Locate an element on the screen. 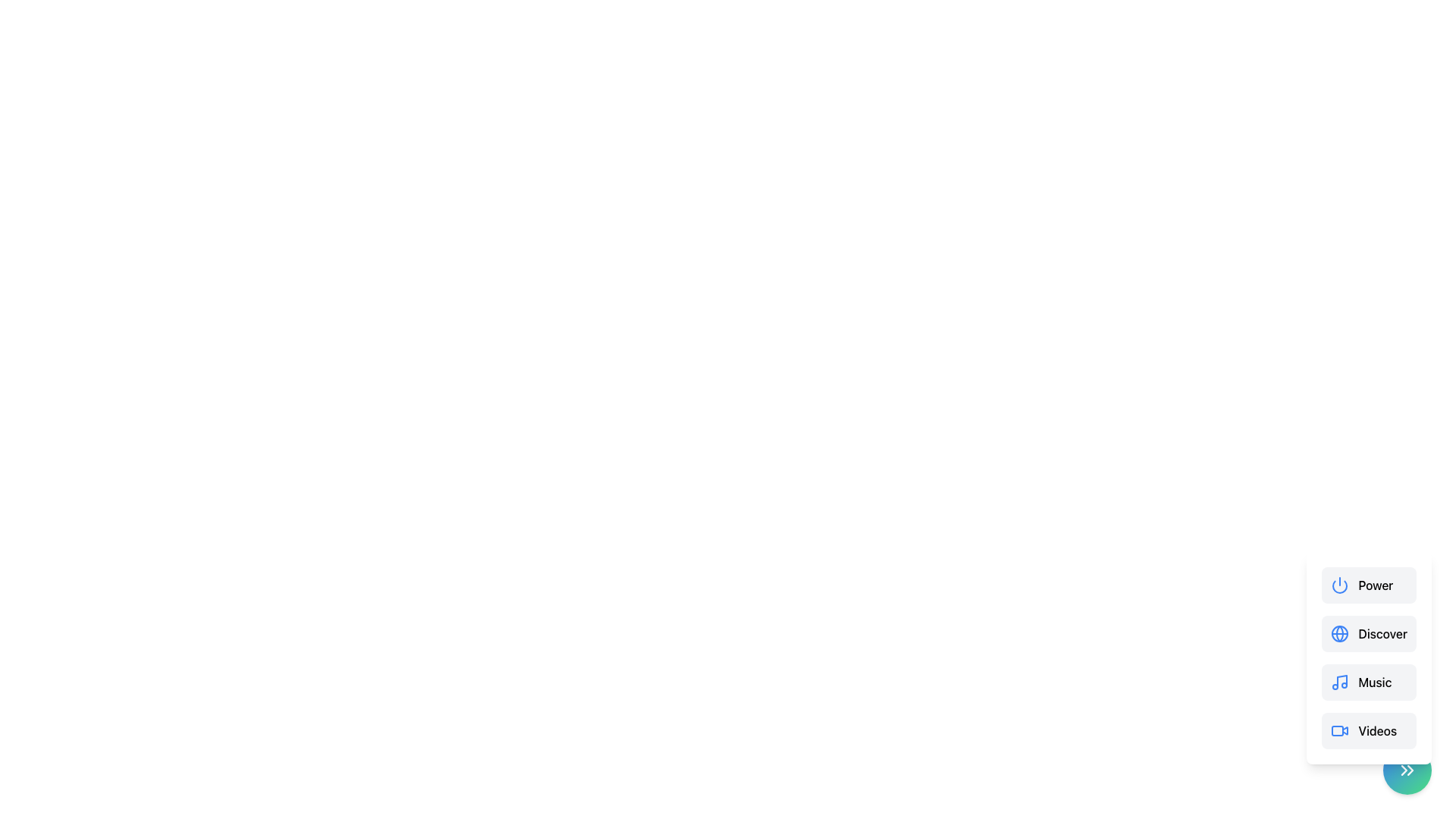 This screenshot has width=1456, height=819. the visual indicator for the 'Videos' menu icon, which is the second component in a vertical stack of four options within a pop-up menu is located at coordinates (1338, 730).